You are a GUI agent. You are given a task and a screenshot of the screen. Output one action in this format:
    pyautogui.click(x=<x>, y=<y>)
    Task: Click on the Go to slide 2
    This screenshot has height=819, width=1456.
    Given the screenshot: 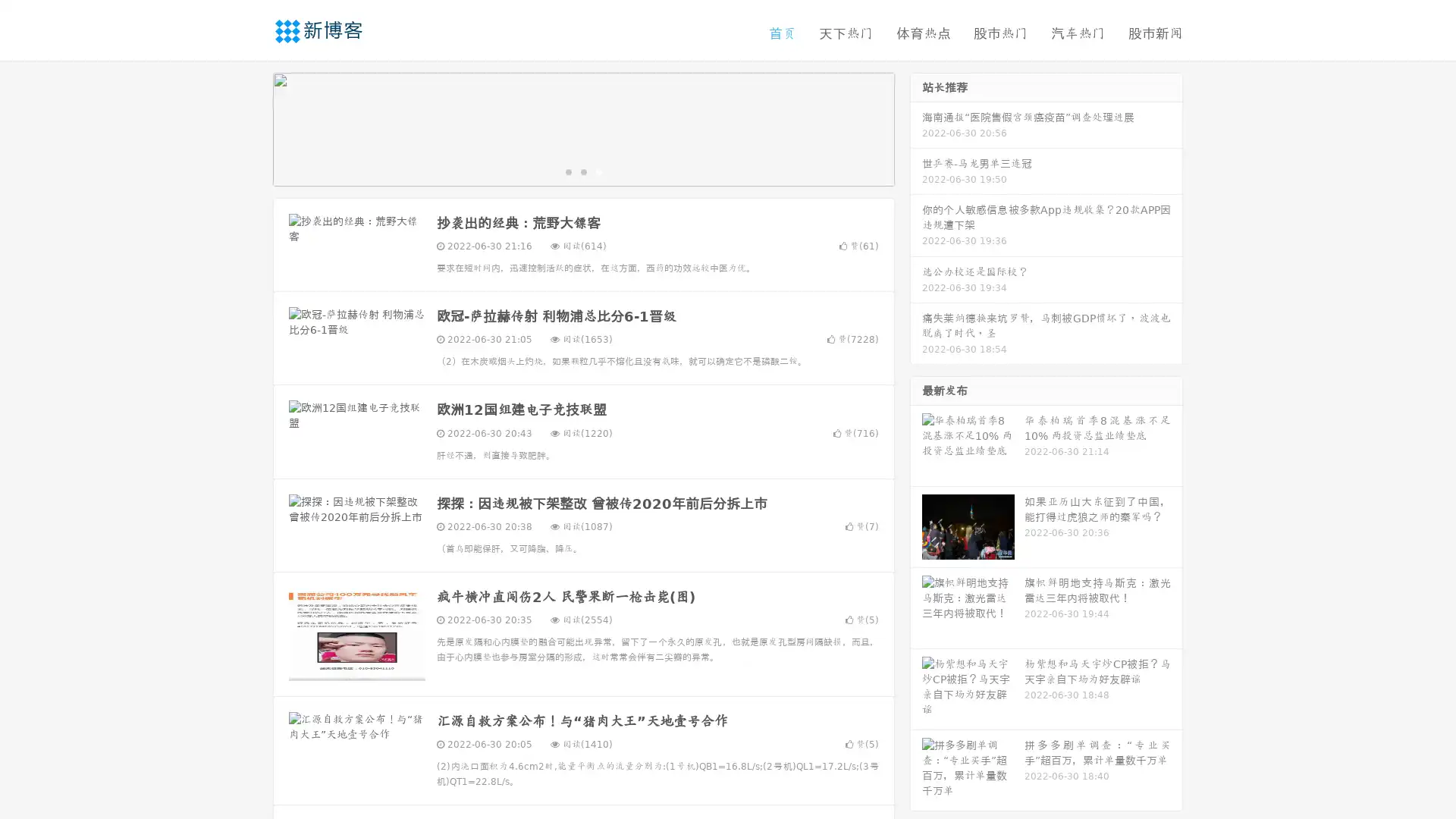 What is the action you would take?
    pyautogui.click(x=582, y=171)
    